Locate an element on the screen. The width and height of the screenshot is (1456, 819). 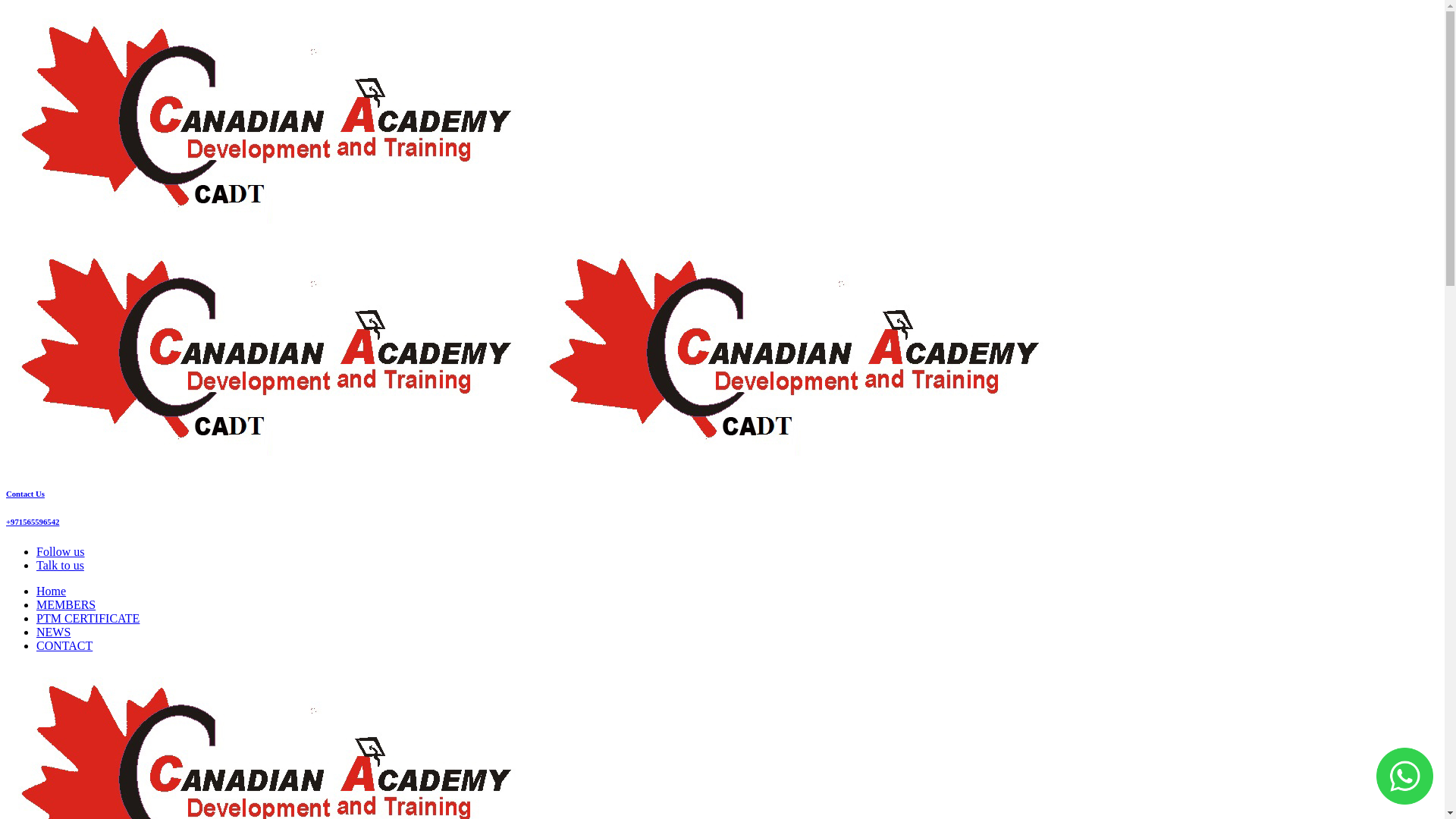
'Follow us' is located at coordinates (61, 551).